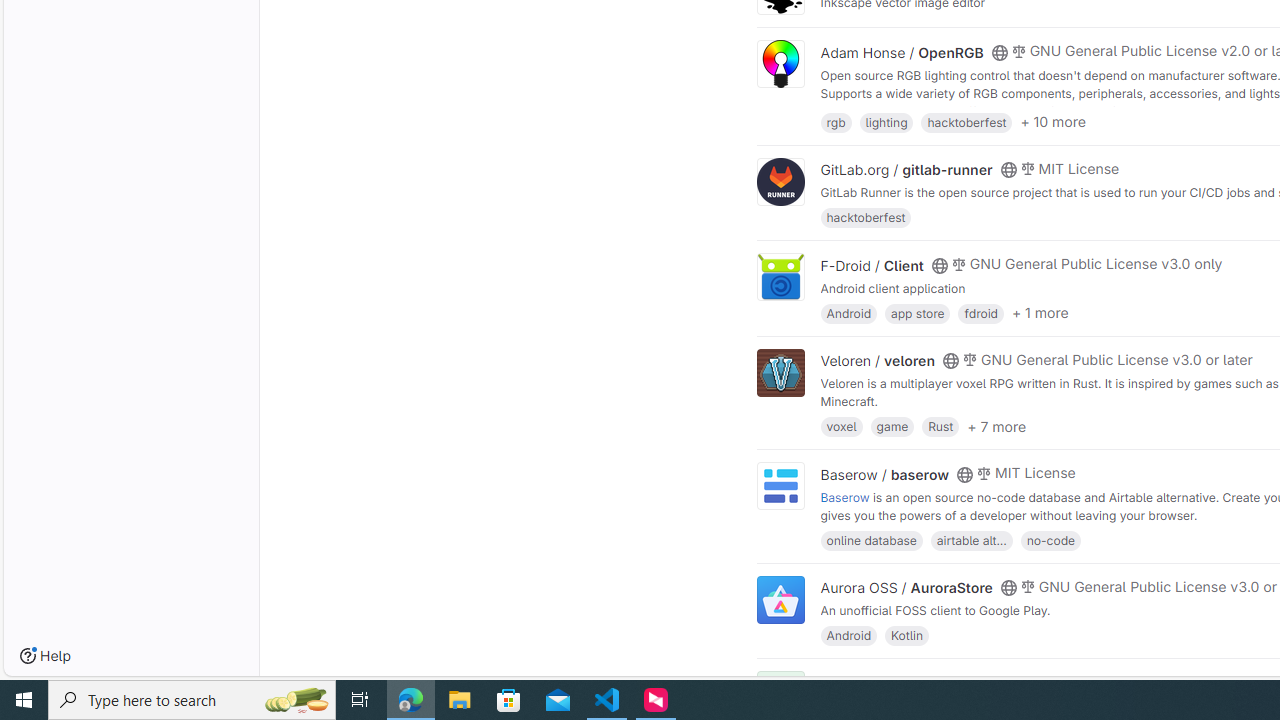  What do you see at coordinates (905, 586) in the screenshot?
I see `'Aurora OSS / AuroraStore'` at bounding box center [905, 586].